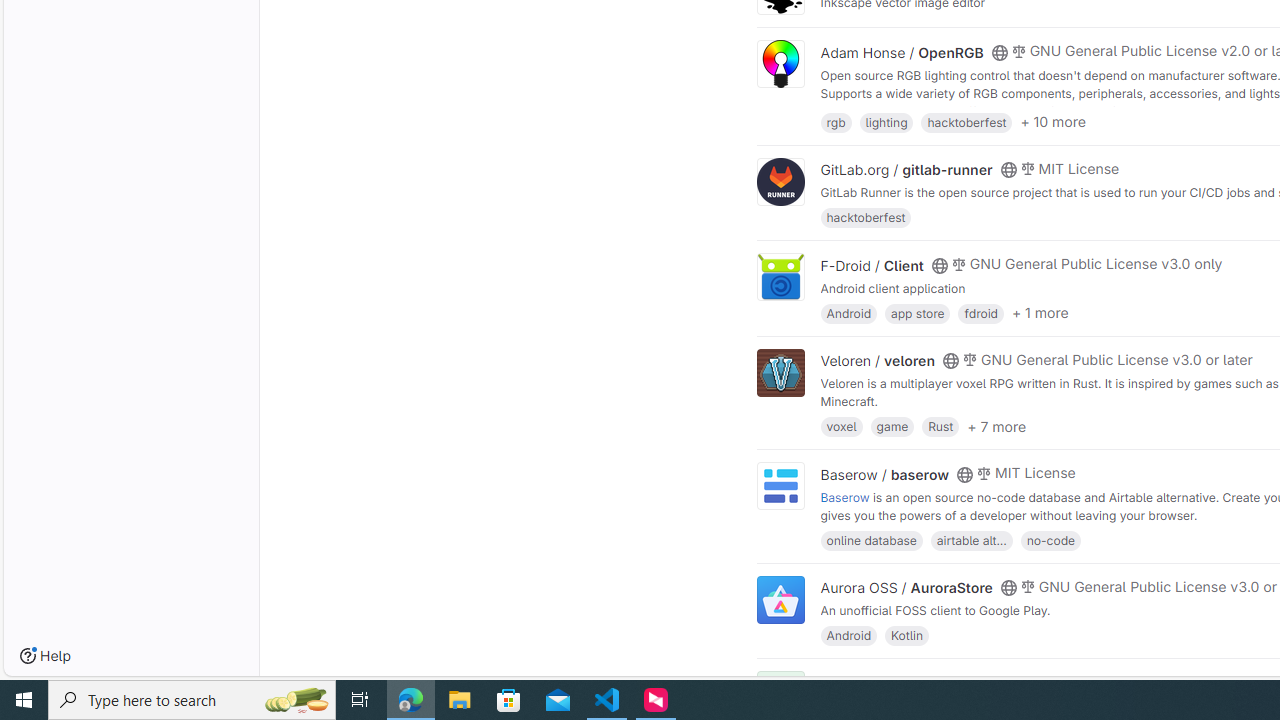  What do you see at coordinates (905, 586) in the screenshot?
I see `'Aurora OSS / AuroraStore'` at bounding box center [905, 586].